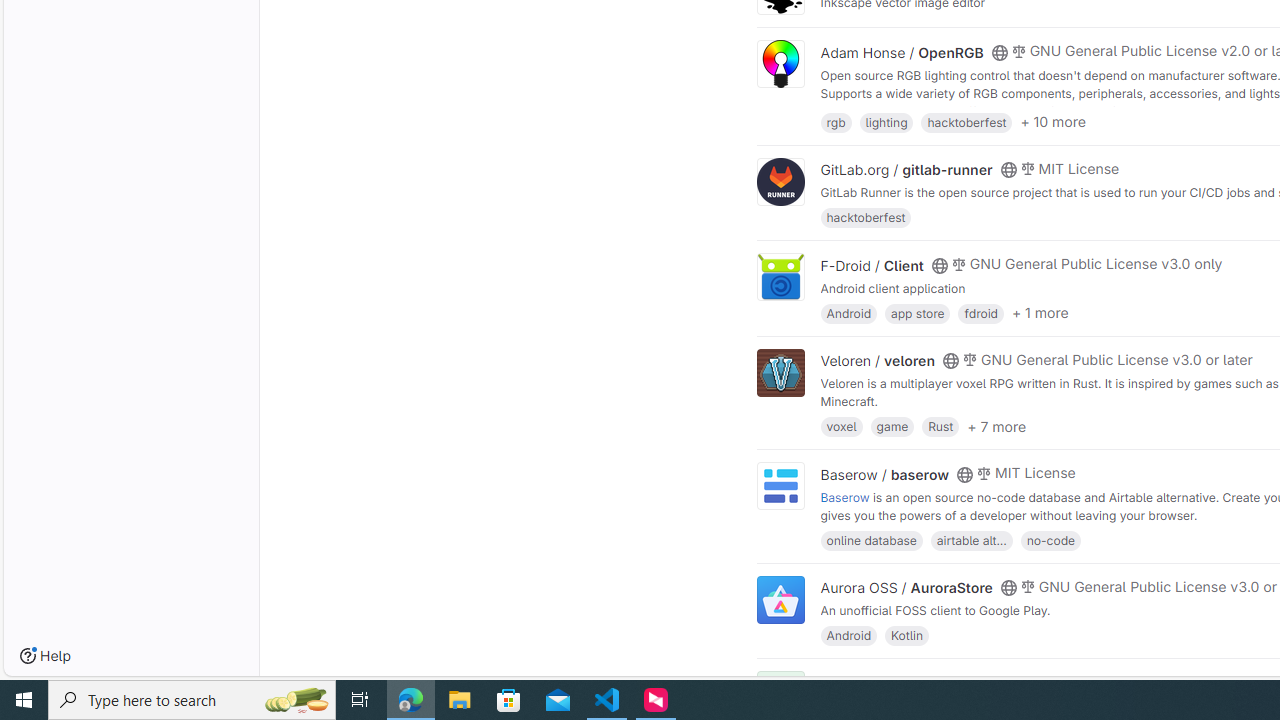  What do you see at coordinates (905, 586) in the screenshot?
I see `'Aurora OSS / AuroraStore'` at bounding box center [905, 586].